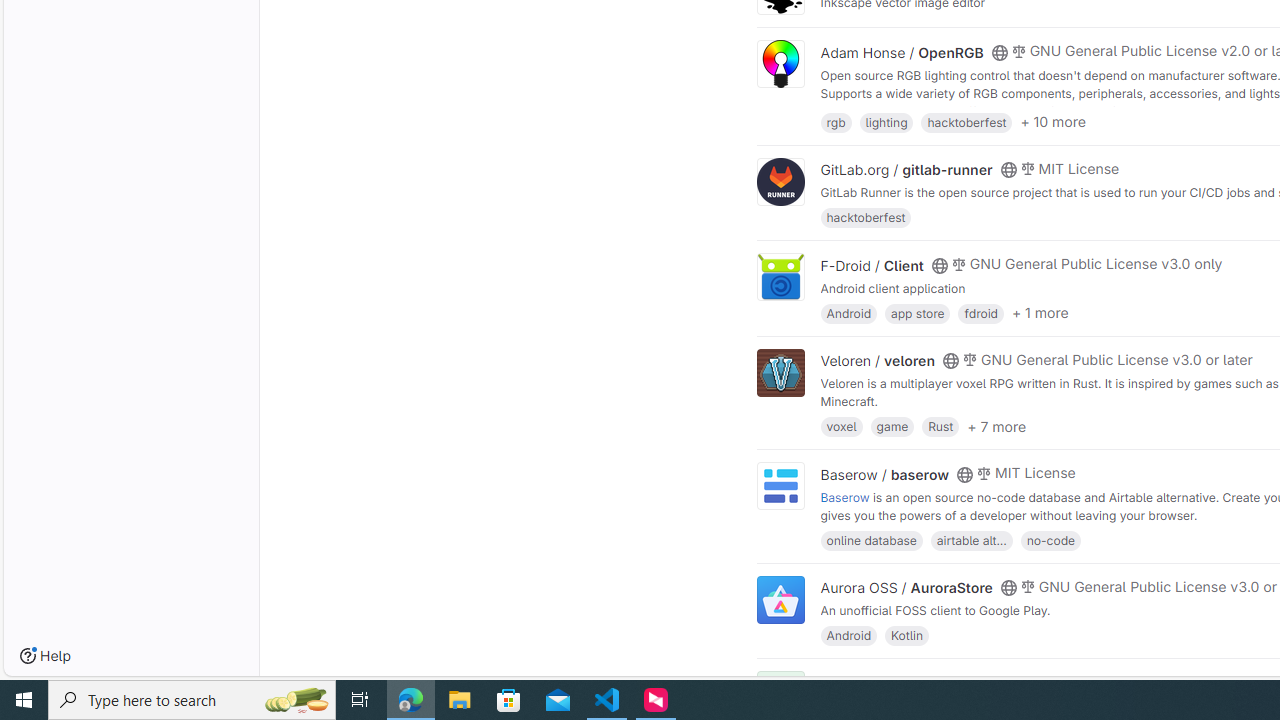  What do you see at coordinates (905, 586) in the screenshot?
I see `'Aurora OSS / AuroraStore'` at bounding box center [905, 586].